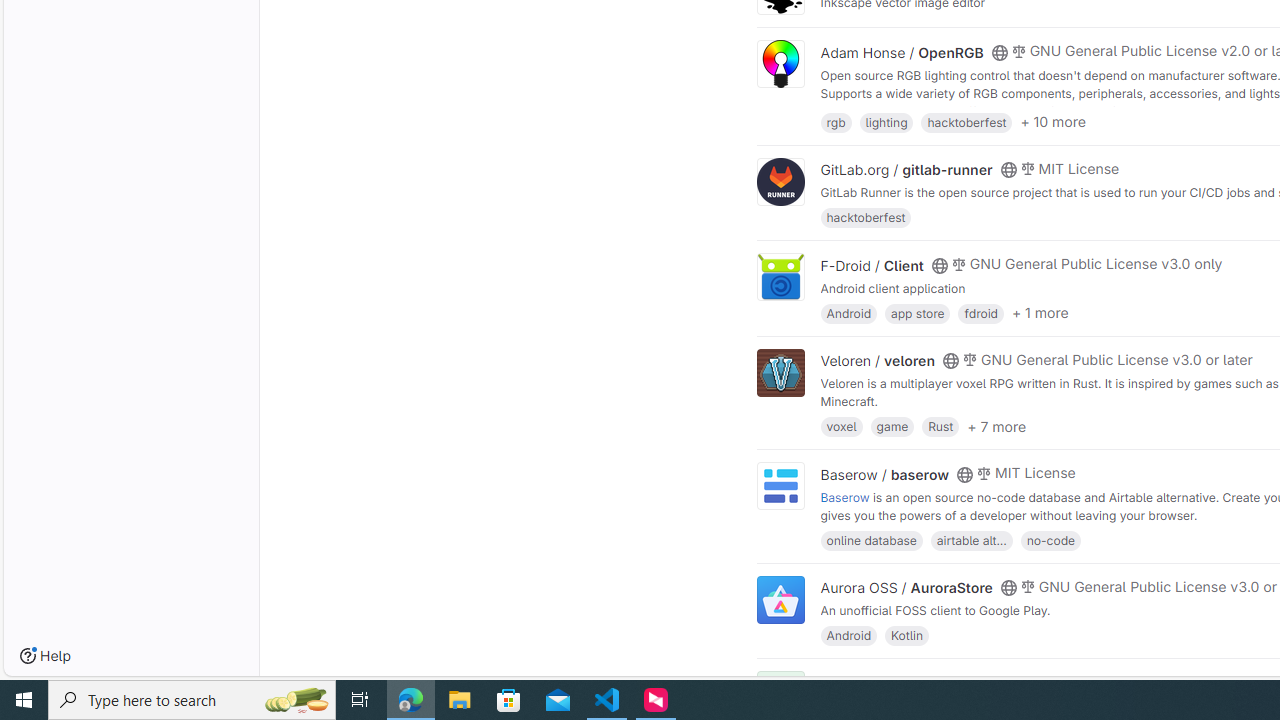  What do you see at coordinates (905, 586) in the screenshot?
I see `'Aurora OSS / AuroraStore'` at bounding box center [905, 586].